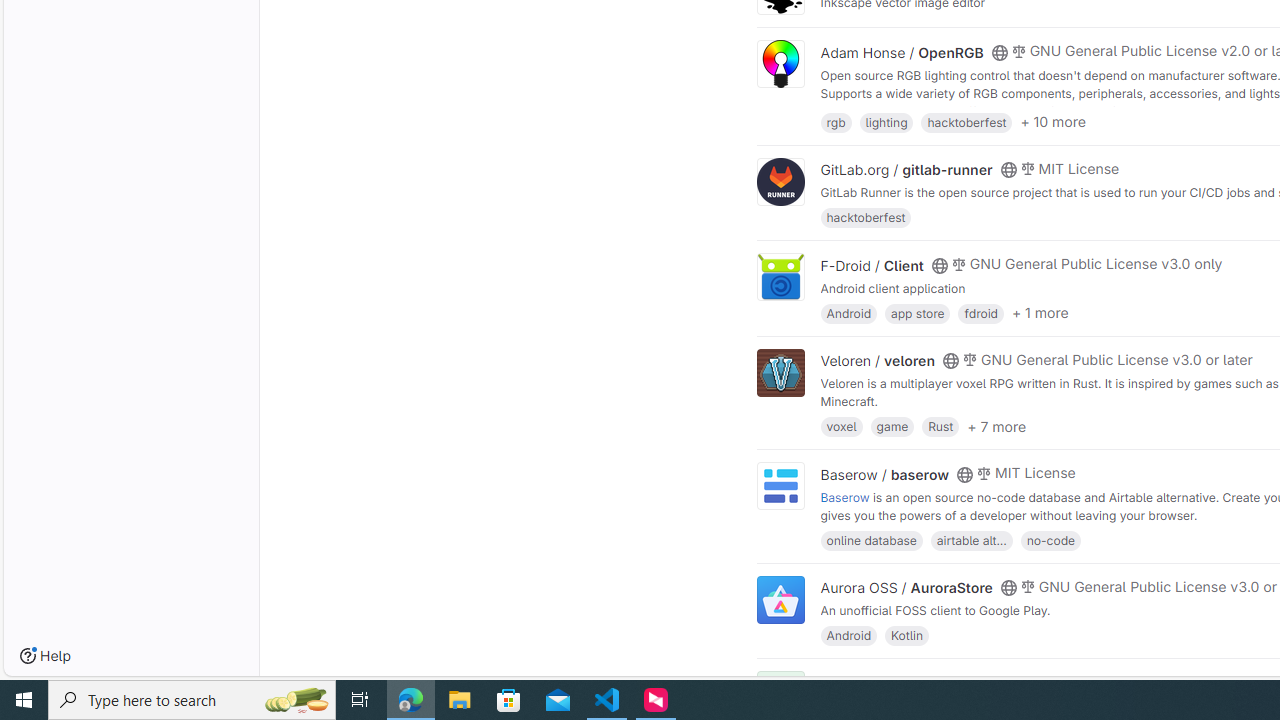  What do you see at coordinates (905, 586) in the screenshot?
I see `'Aurora OSS / AuroraStore'` at bounding box center [905, 586].